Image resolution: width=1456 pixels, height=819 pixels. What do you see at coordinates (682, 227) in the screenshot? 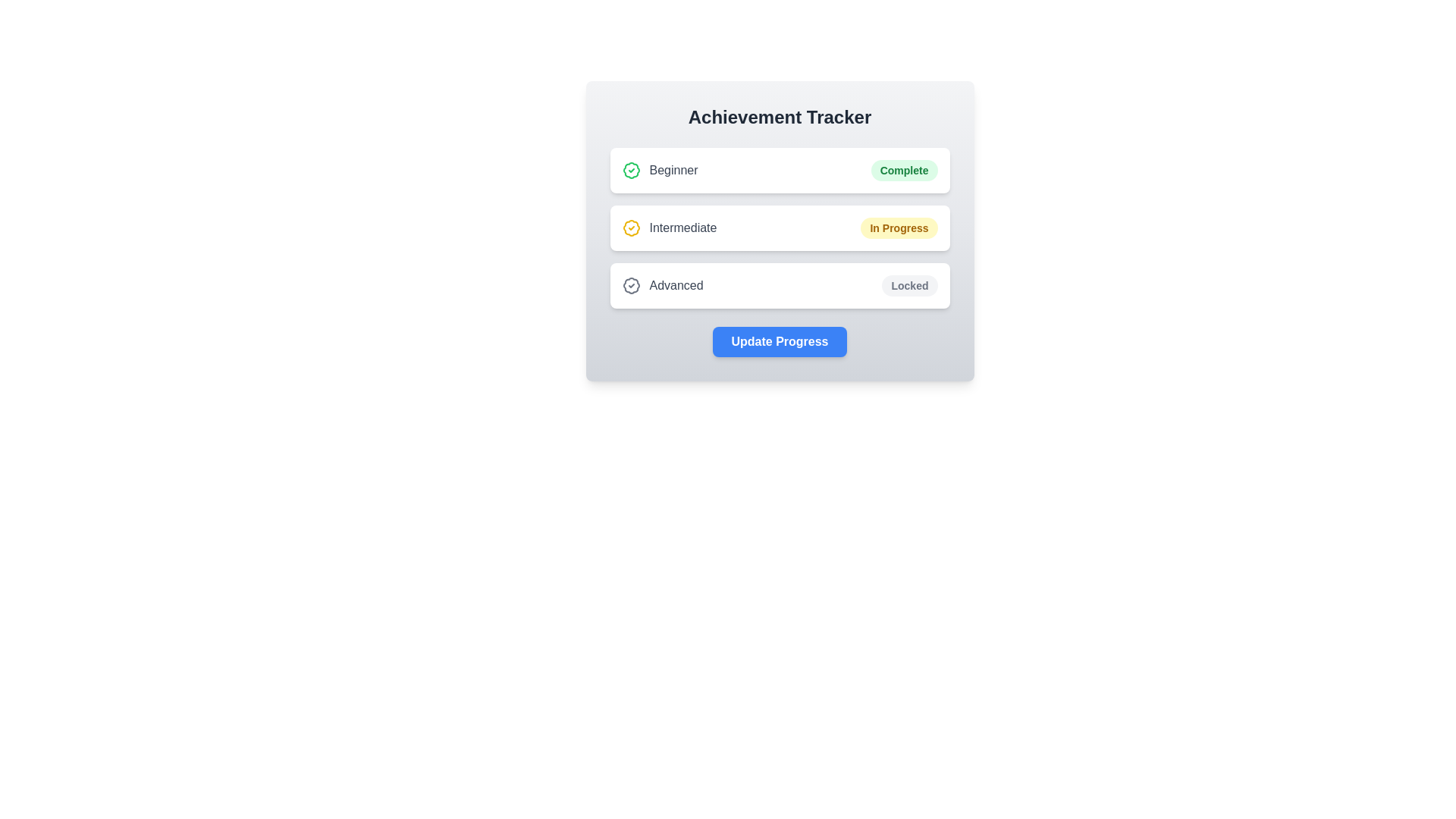
I see `the 'Intermediate' text label in the 'Achievement Tracker' interface, which is styled with a medium gray font and located to the right of a yellow badge icon` at bounding box center [682, 227].